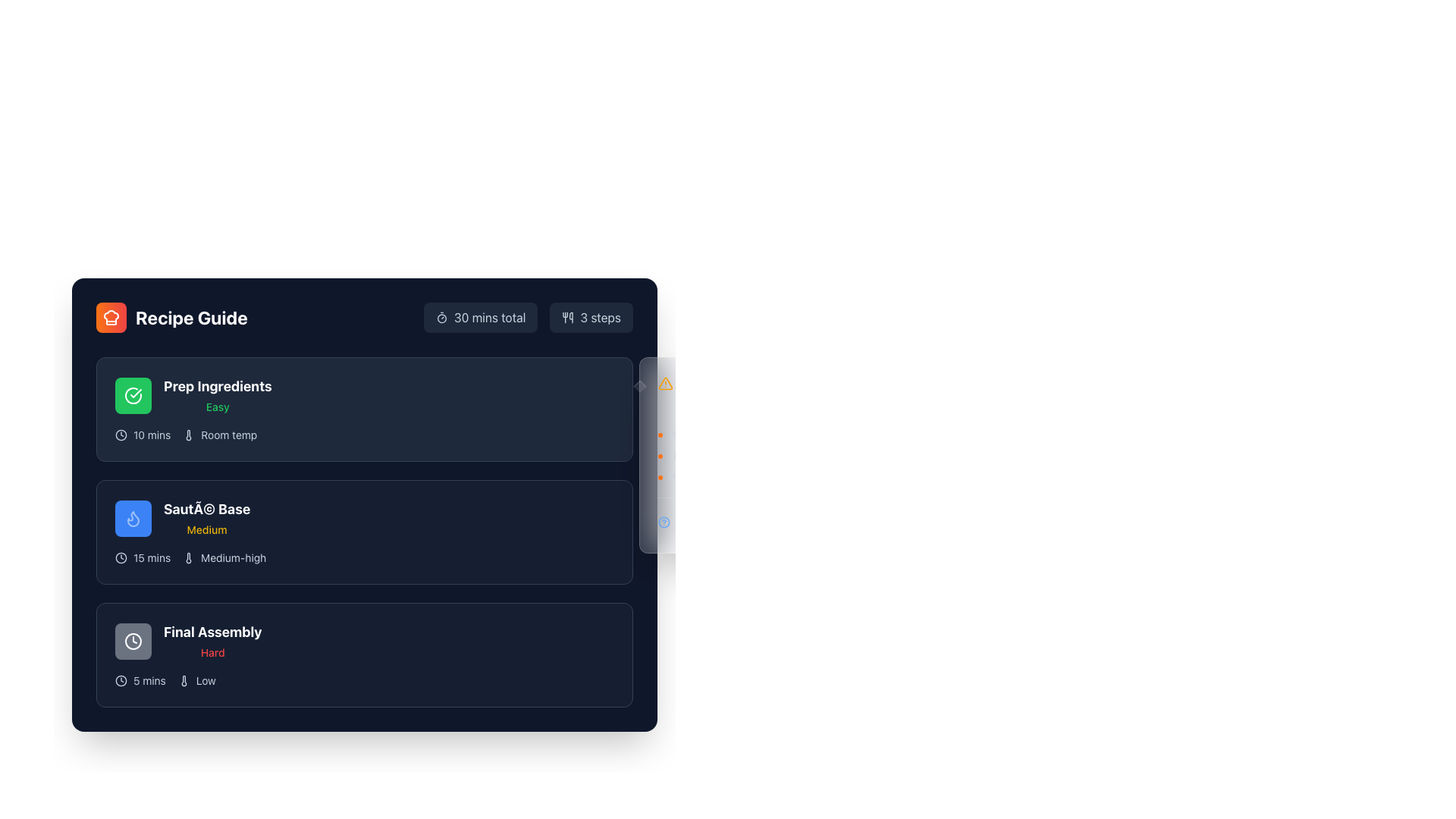 This screenshot has height=819, width=1456. I want to click on the circular green icon with a white checkmark inside, located to the left of the 'Prep Ingredients' step title in the first step of the recipe guide, so click(133, 394).